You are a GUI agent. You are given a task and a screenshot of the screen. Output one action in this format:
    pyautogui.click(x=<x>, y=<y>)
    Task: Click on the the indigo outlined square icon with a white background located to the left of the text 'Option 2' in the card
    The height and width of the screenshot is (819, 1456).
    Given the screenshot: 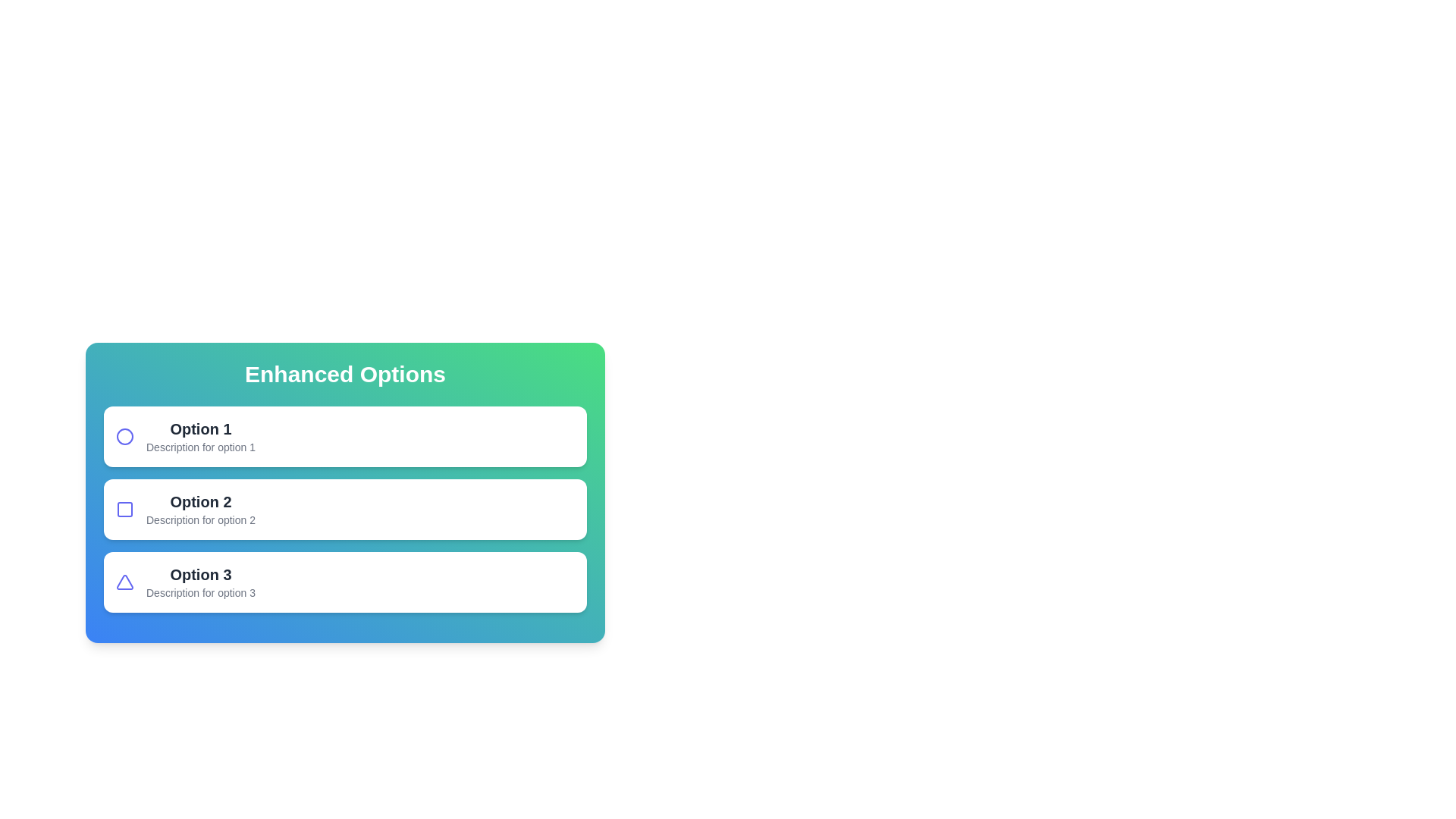 What is the action you would take?
    pyautogui.click(x=124, y=509)
    